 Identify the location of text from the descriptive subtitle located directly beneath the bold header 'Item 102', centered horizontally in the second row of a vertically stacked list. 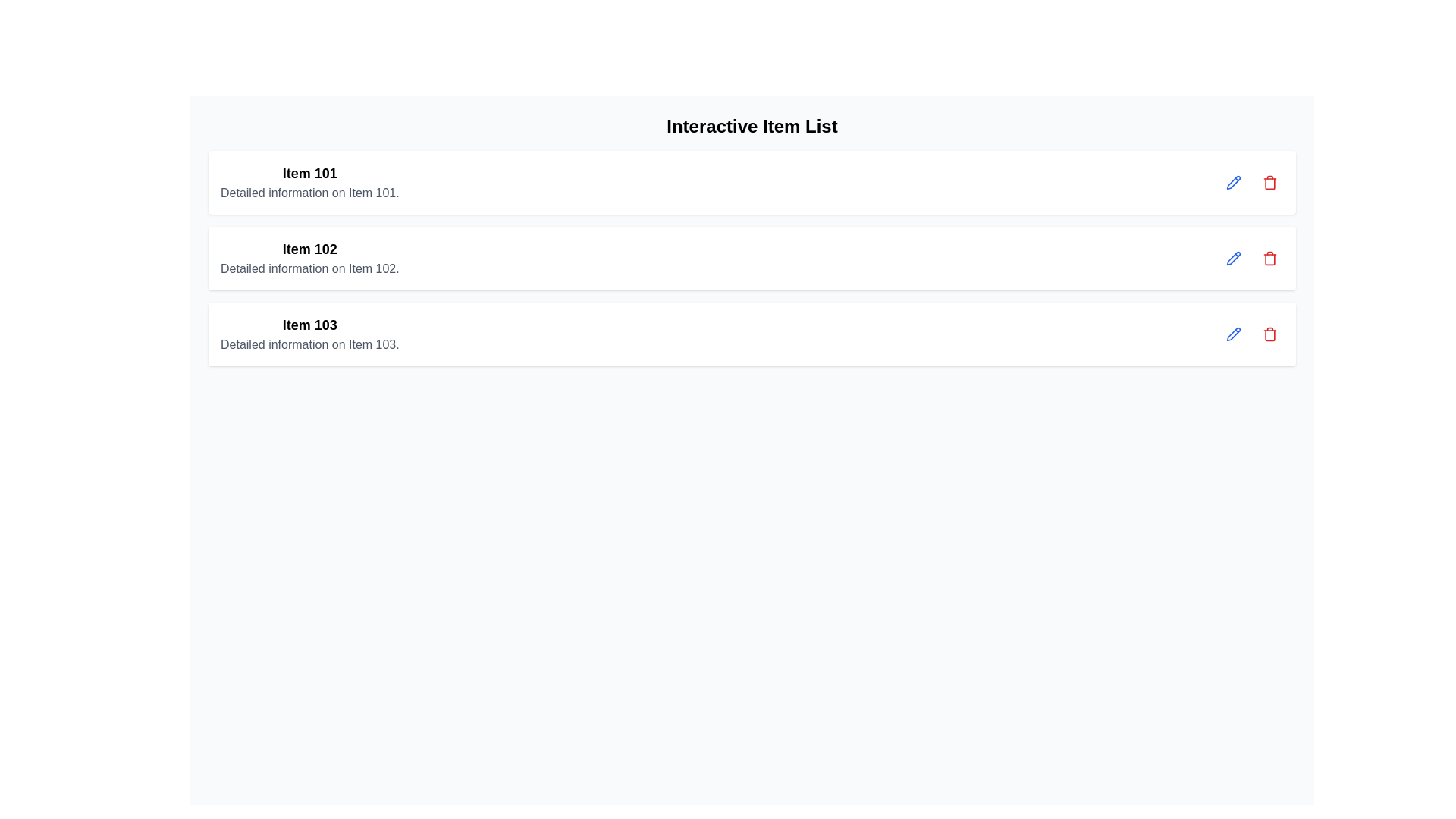
(309, 268).